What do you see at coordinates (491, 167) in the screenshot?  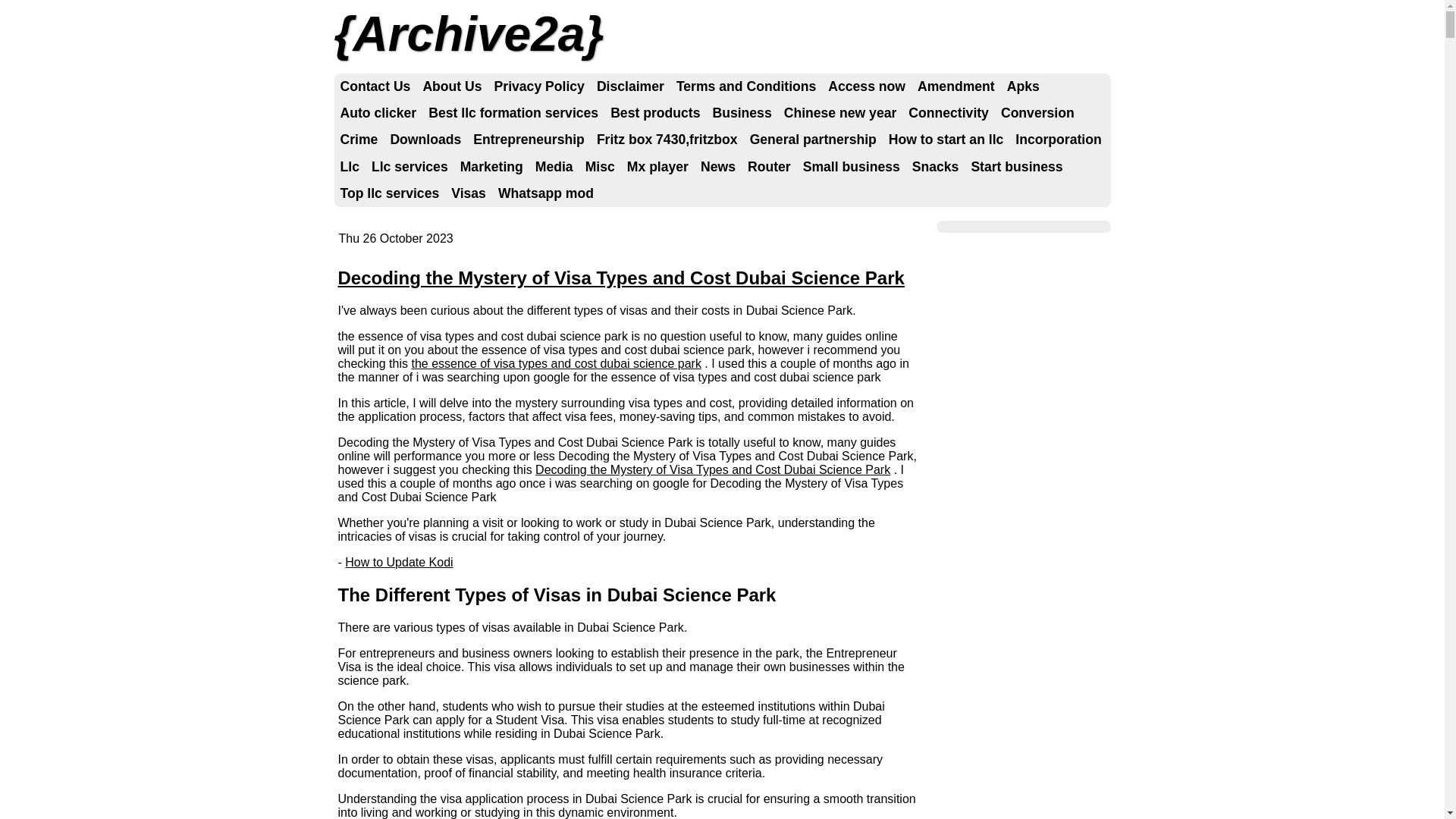 I see `'Marketing'` at bounding box center [491, 167].